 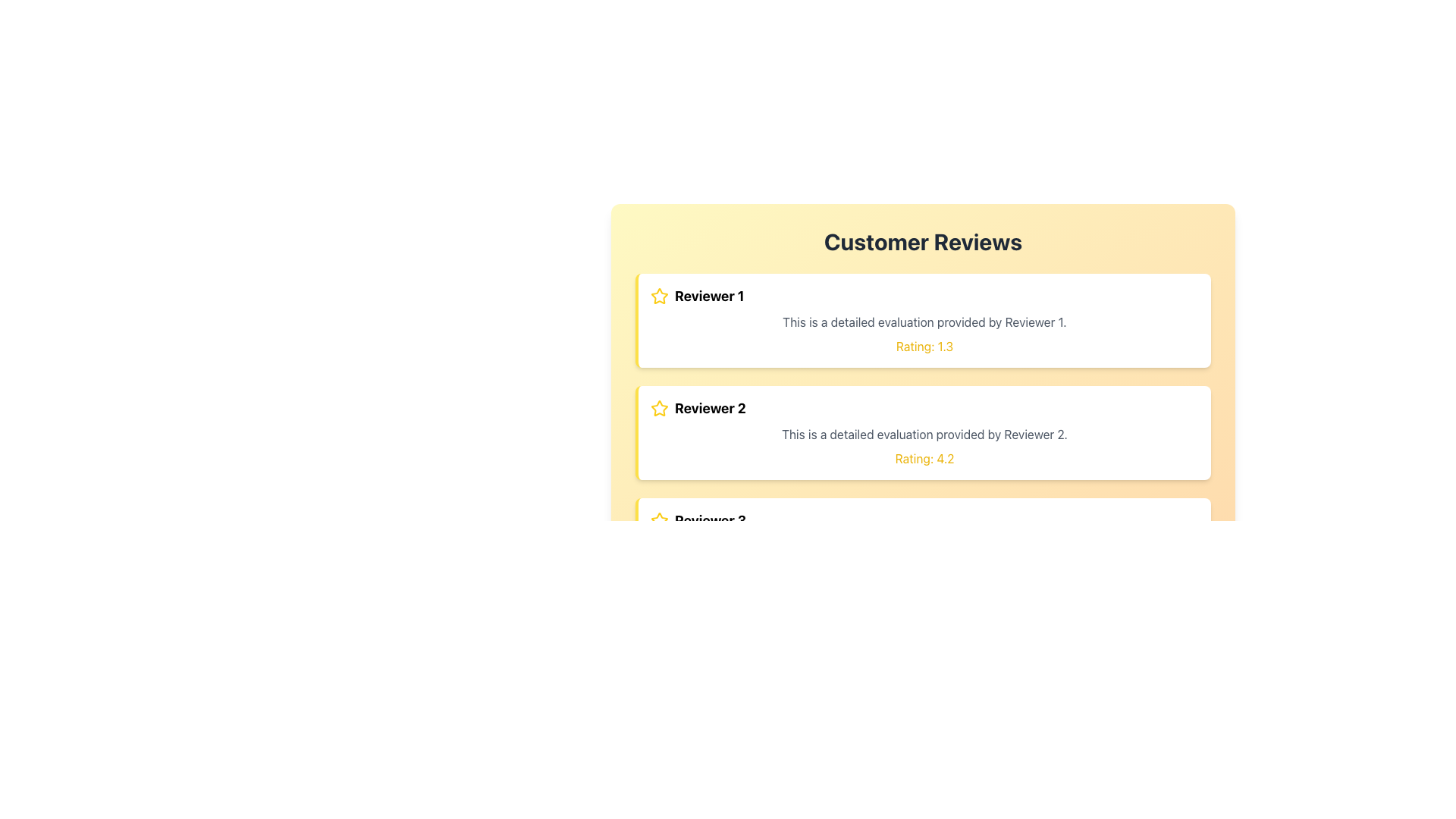 What do you see at coordinates (709, 408) in the screenshot?
I see `the bold text element labeled 'Reviewer 2' in the second review card, which is positioned to the right of a star icon` at bounding box center [709, 408].